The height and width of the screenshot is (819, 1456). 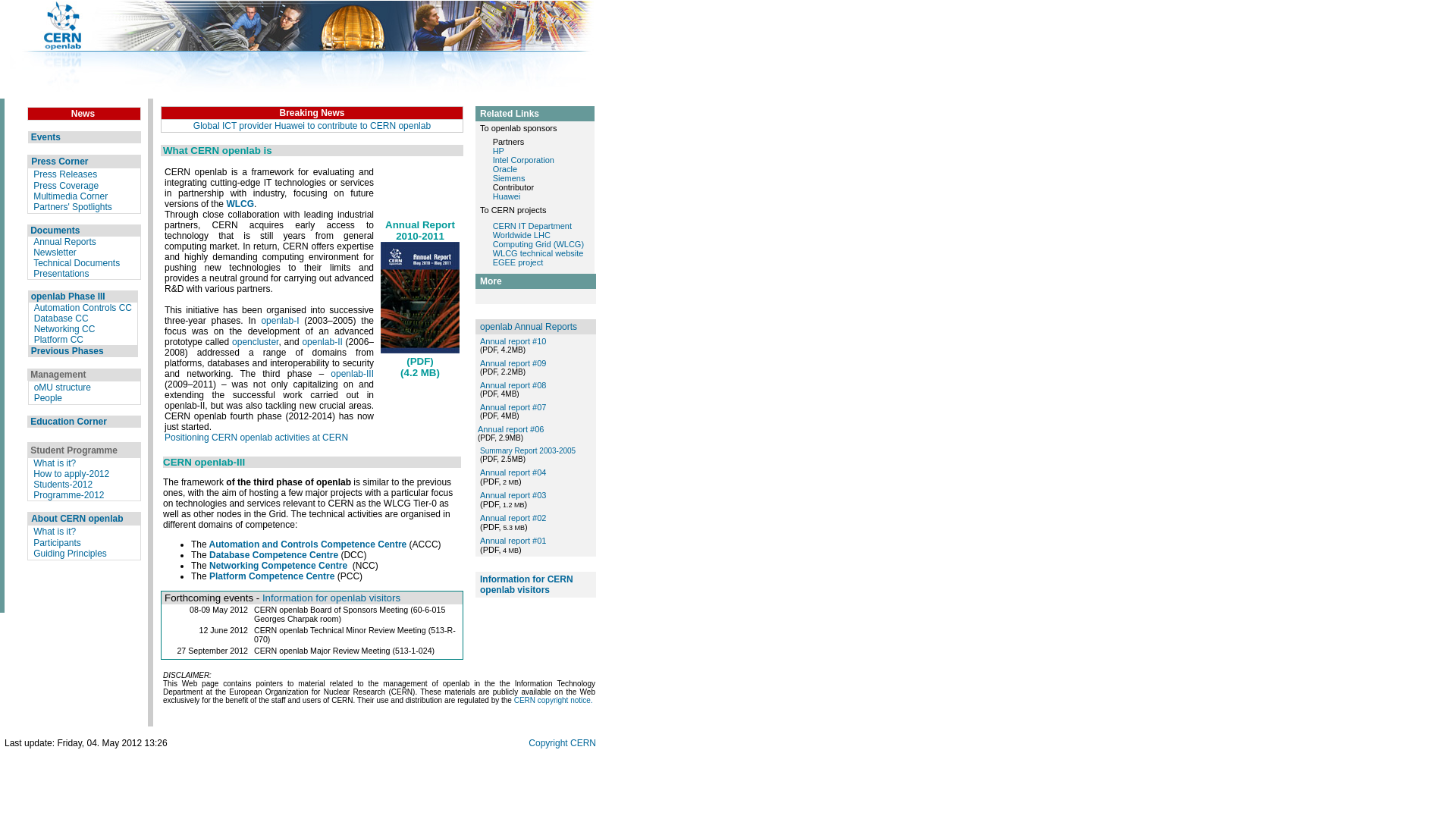 I want to click on 'HP', so click(x=492, y=151).